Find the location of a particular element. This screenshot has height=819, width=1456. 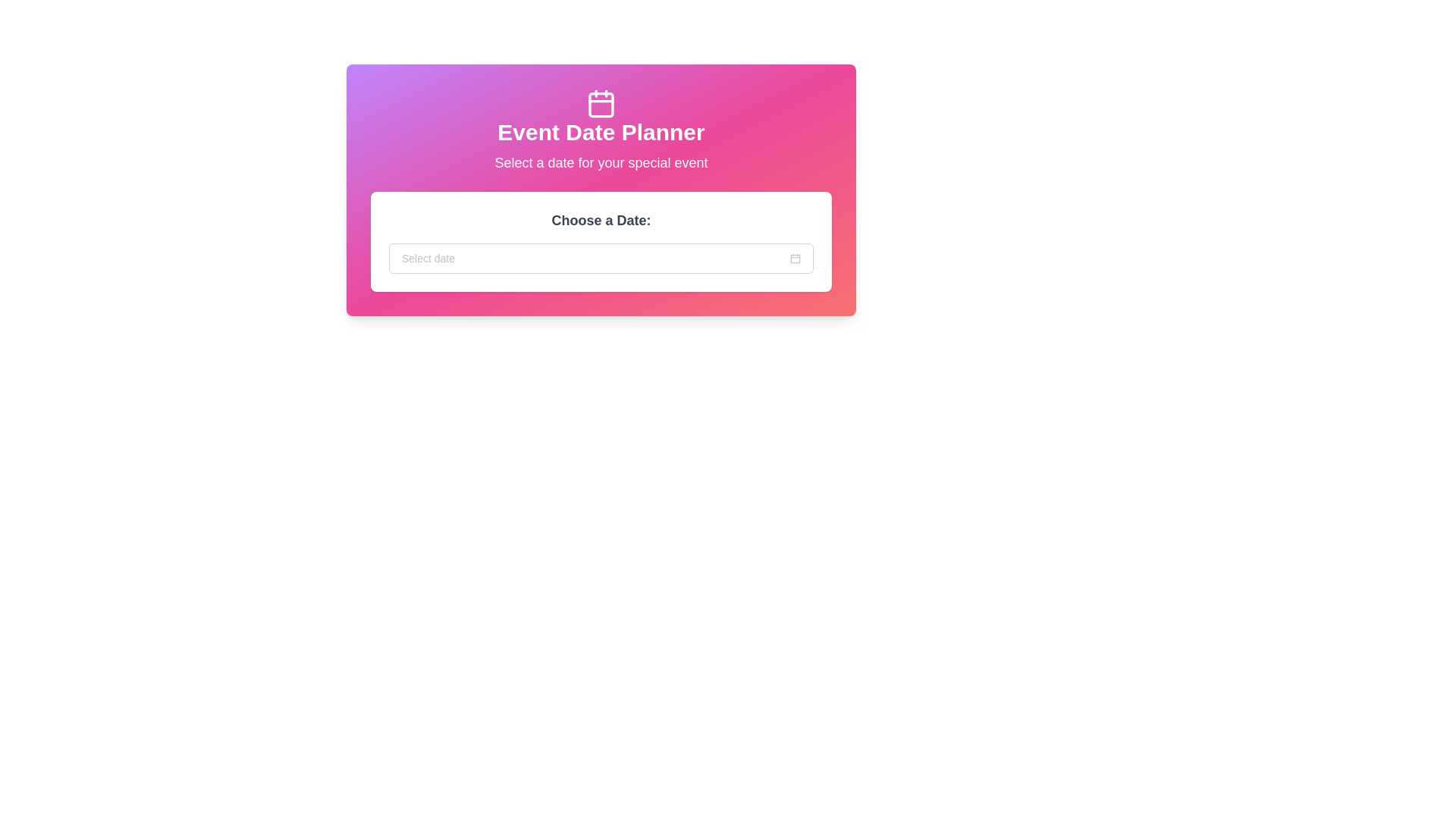

the Date picker input field with placeholder text 'Select date' for keyboard interaction is located at coordinates (600, 257).